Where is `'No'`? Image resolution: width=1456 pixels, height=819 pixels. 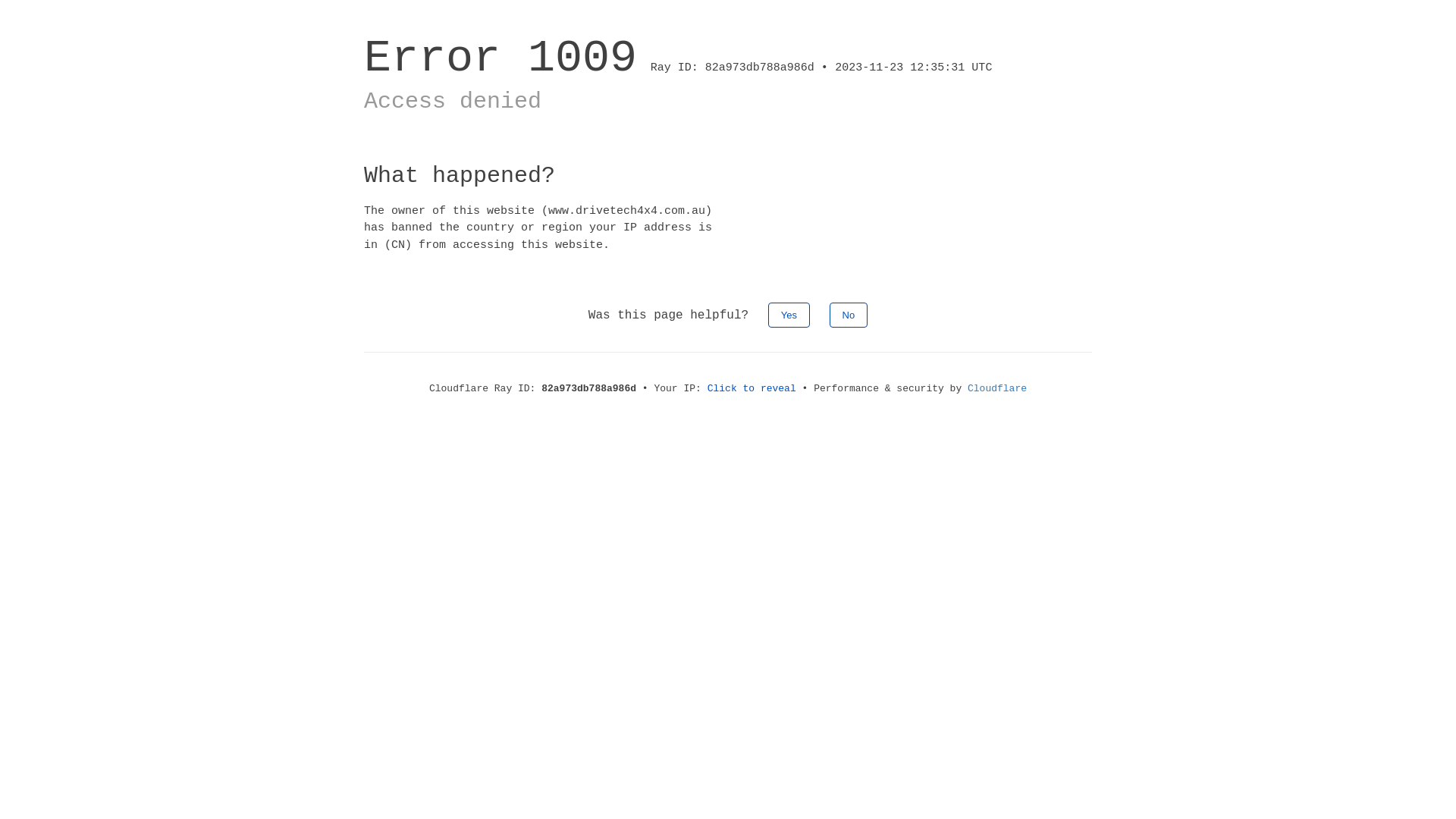 'No' is located at coordinates (848, 314).